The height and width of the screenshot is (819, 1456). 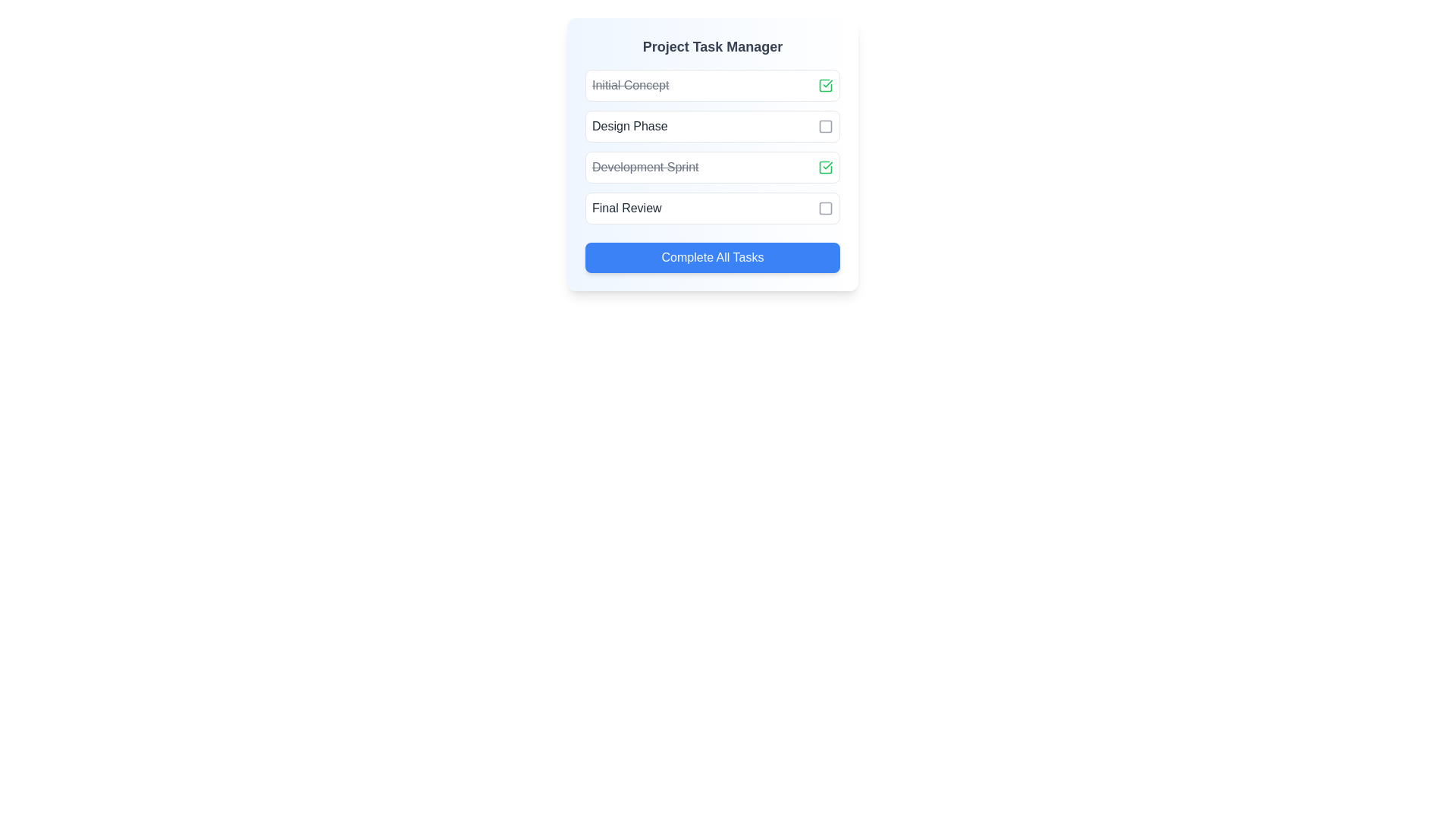 What do you see at coordinates (712, 125) in the screenshot?
I see `the checkbox next to the 'Design Phase' item in the task list to mark the task as done` at bounding box center [712, 125].